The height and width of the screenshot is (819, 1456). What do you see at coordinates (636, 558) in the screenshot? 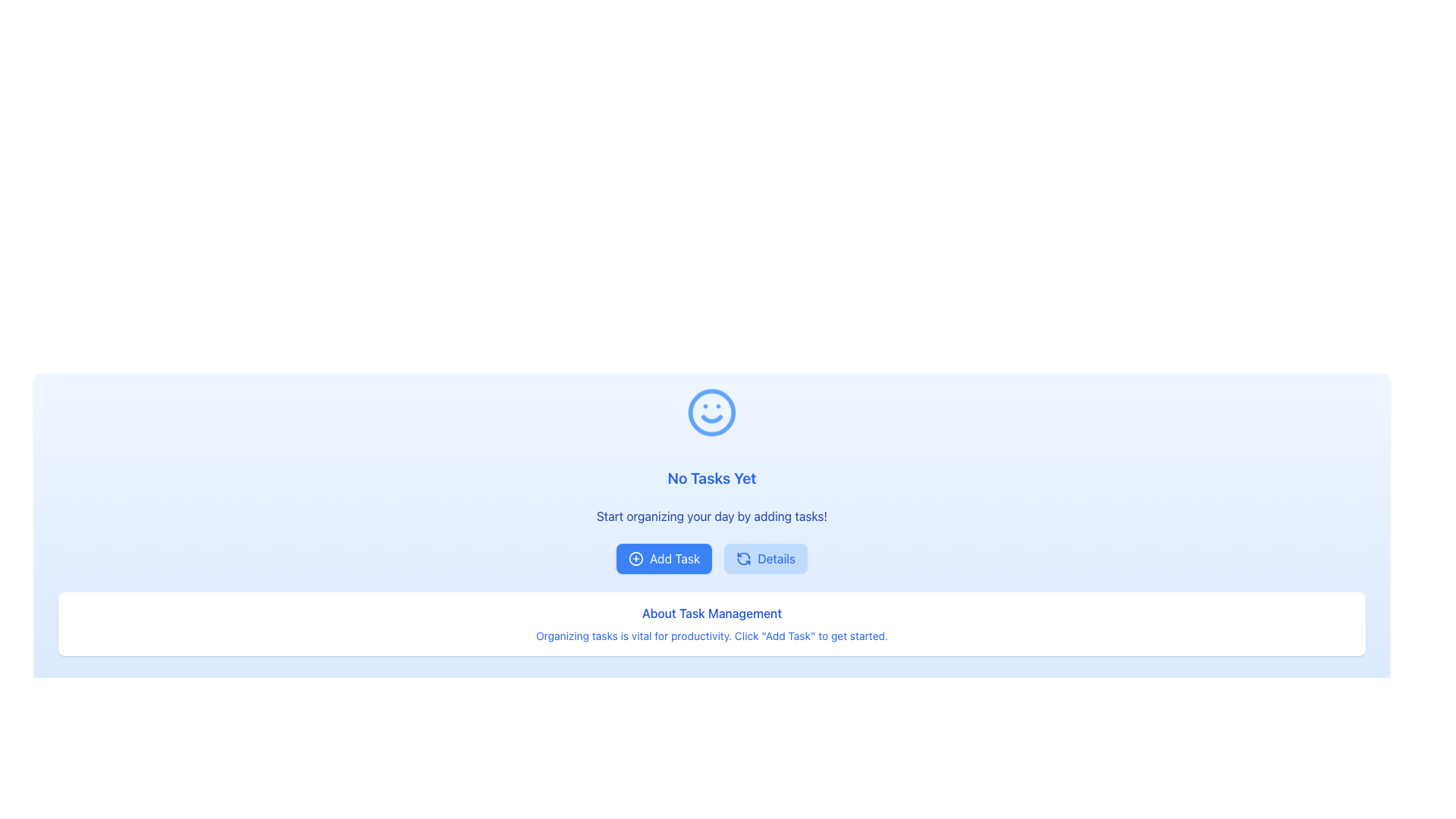
I see `the outer circular part of the plus icon within the 'Add Task' button located at the center bottom area of the main content section` at bounding box center [636, 558].